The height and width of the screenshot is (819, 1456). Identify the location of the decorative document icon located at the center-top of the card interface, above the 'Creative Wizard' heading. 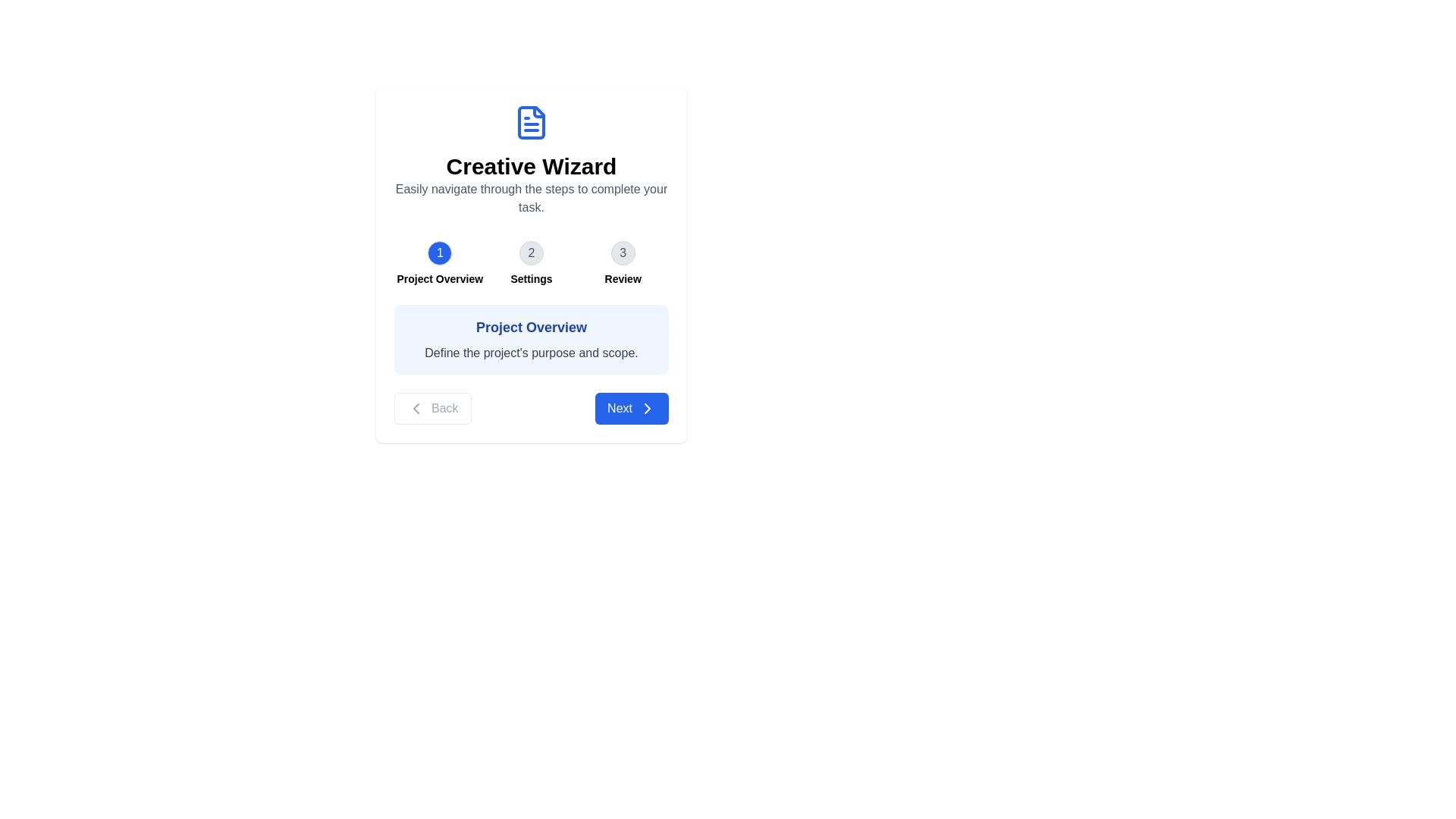
(531, 122).